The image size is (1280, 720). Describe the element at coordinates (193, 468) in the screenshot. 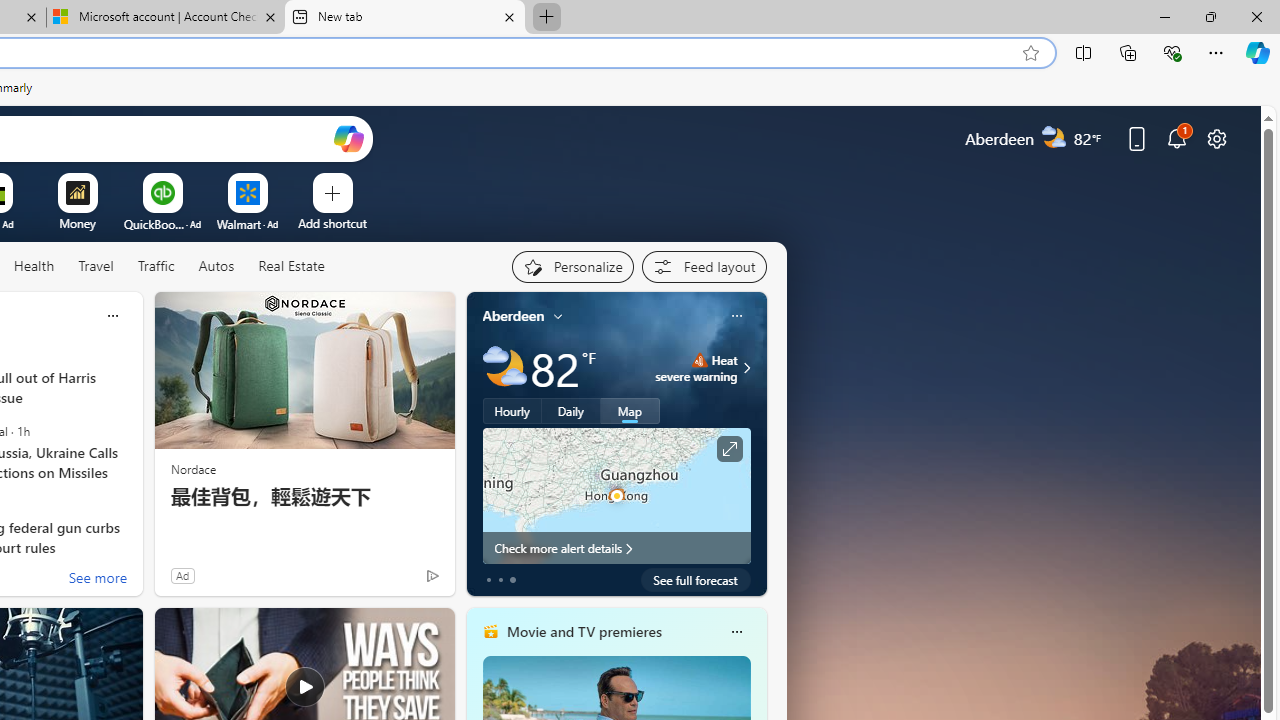

I see `'Nordace'` at that location.